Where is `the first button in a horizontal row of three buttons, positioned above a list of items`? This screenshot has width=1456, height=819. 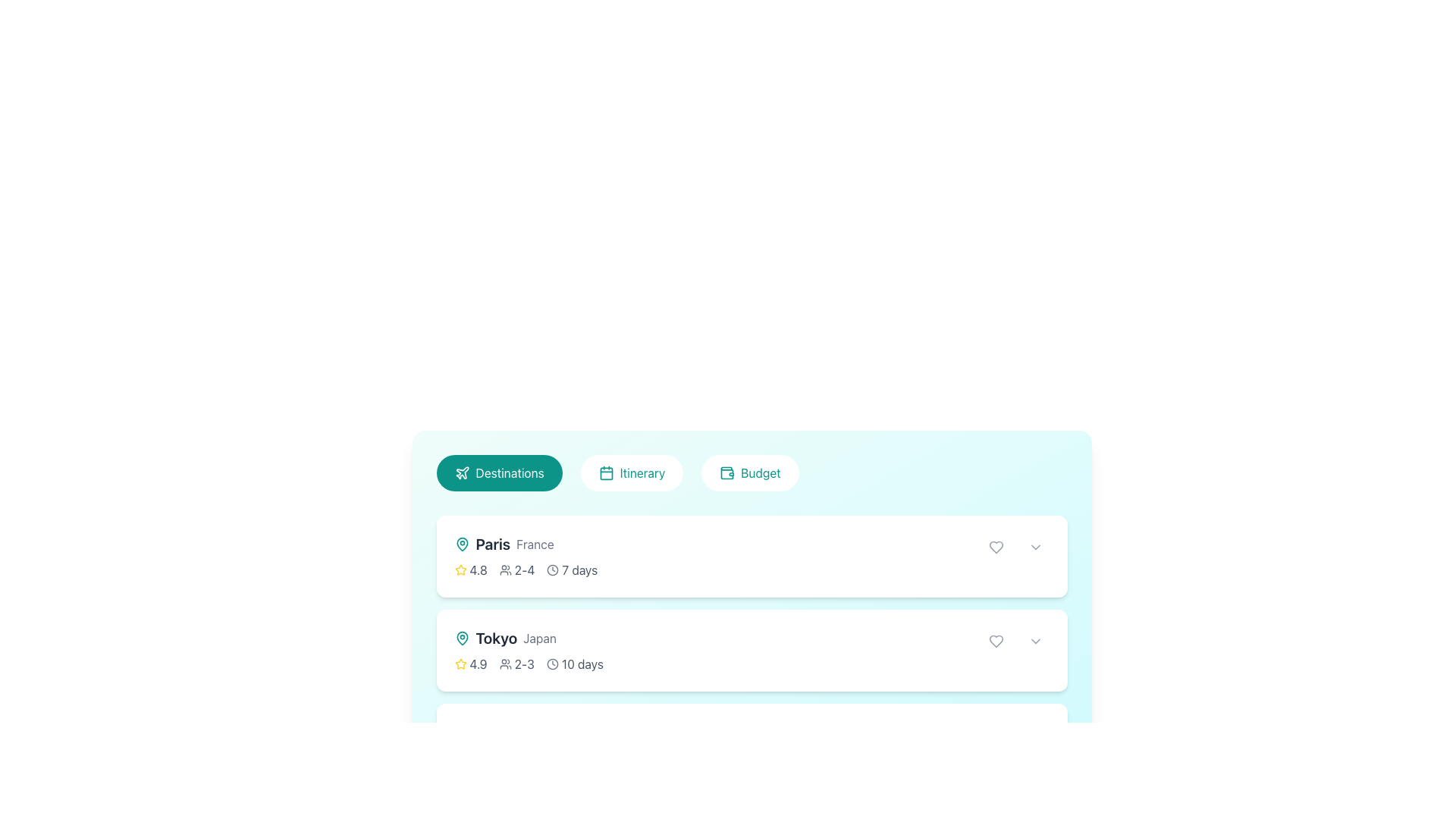
the first button in a horizontal row of three buttons, positioned above a list of items is located at coordinates (499, 472).